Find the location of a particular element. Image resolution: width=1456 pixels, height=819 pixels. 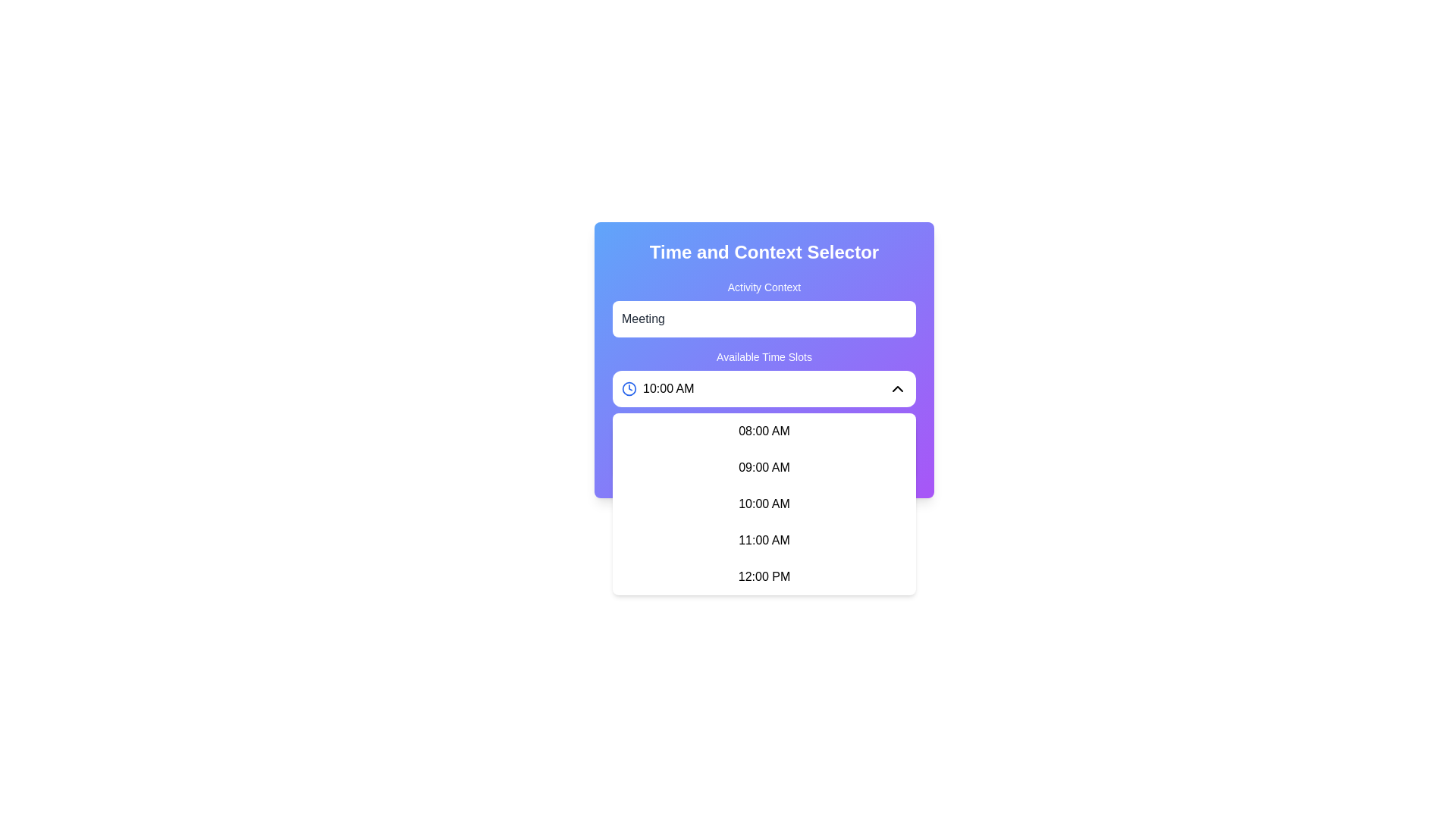

the text heading 'Available Time Slots' which is styled with white font on a gradient blue-purple background, located centrally above the time selection dropdown is located at coordinates (764, 356).